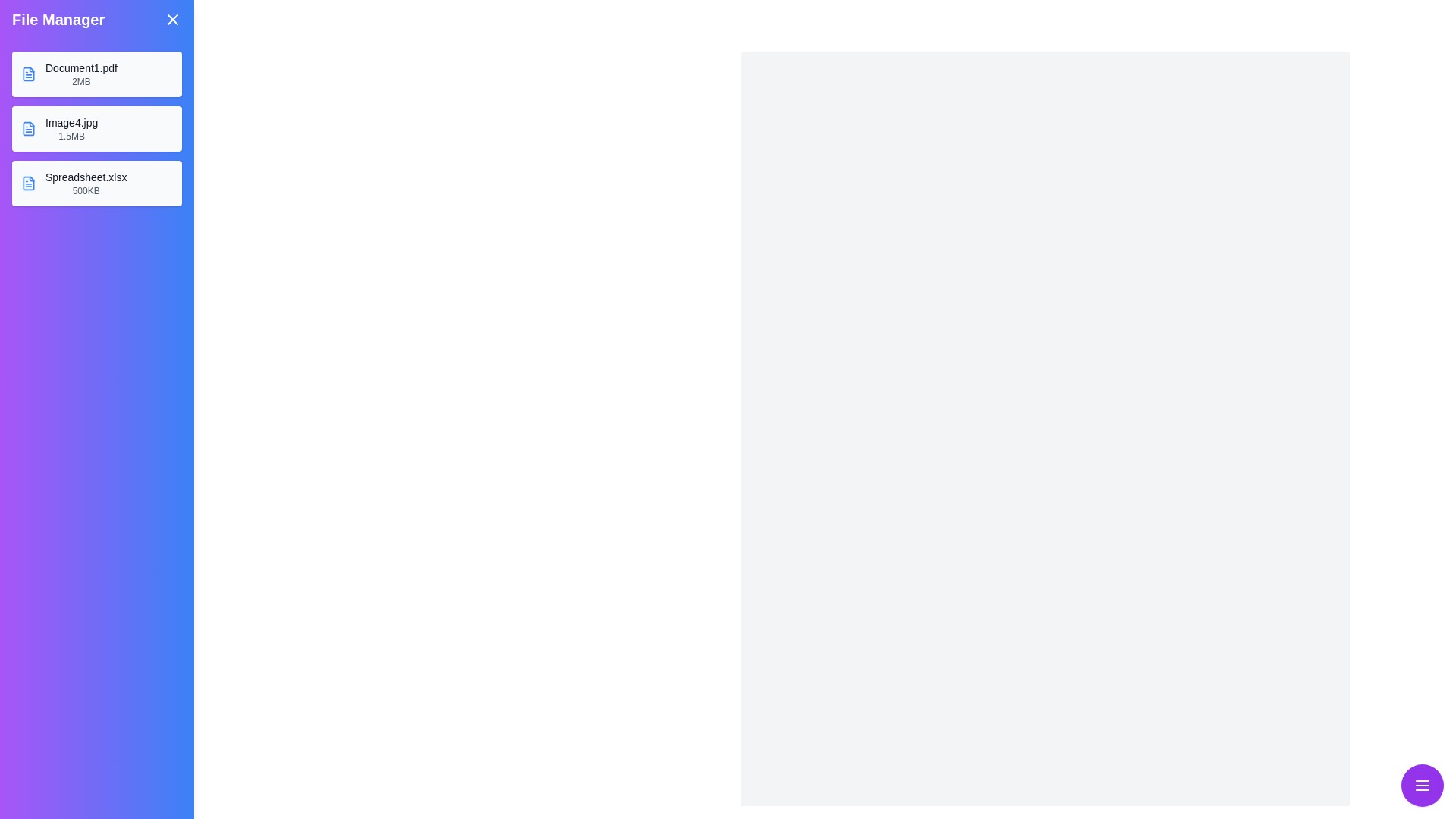 The height and width of the screenshot is (819, 1456). I want to click on the document icon representing Document1.pdf, which is the leftmost item in its card layout adjacent to the document's name and size, so click(29, 74).